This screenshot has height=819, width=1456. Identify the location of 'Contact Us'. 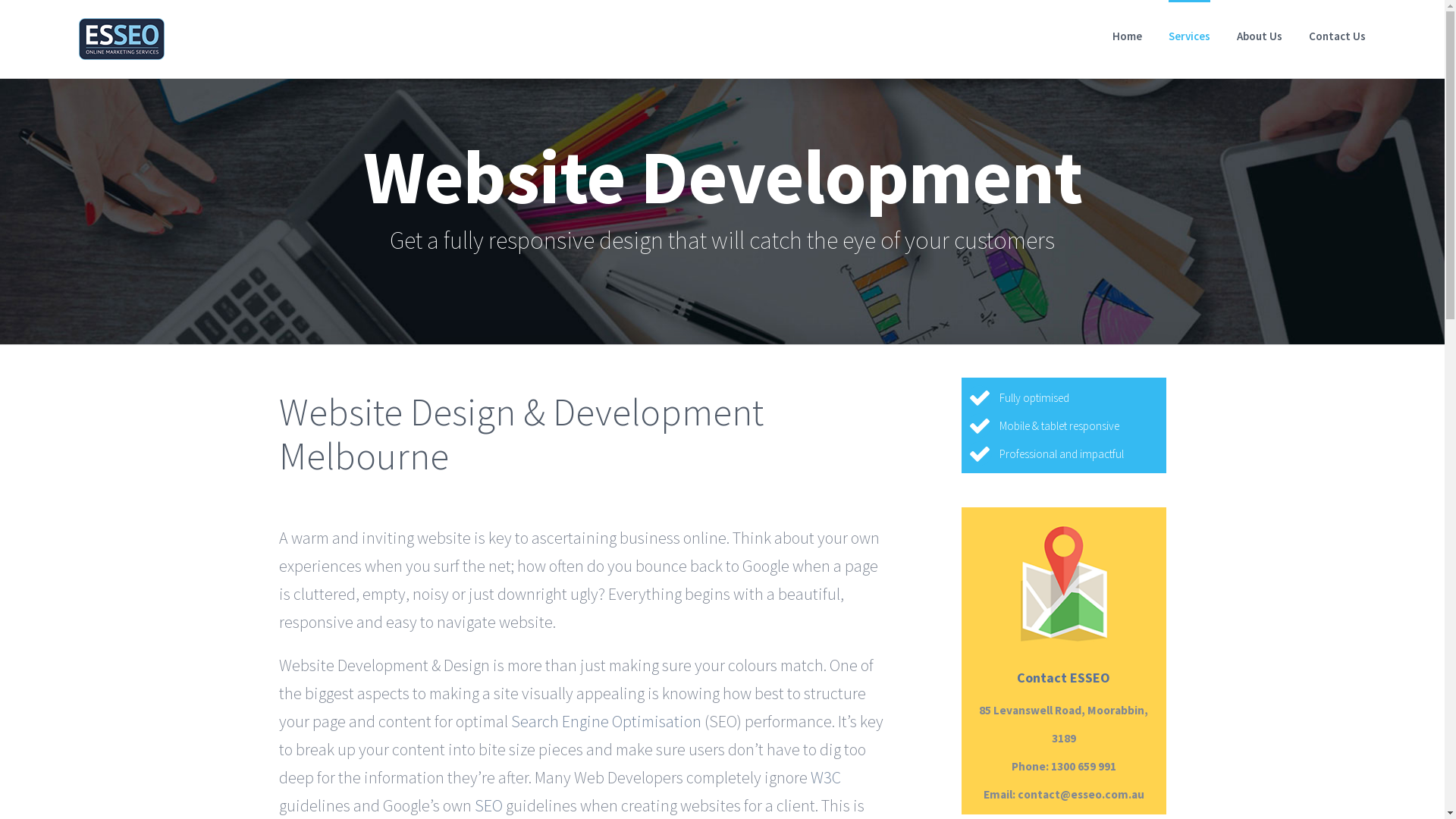
(1337, 34).